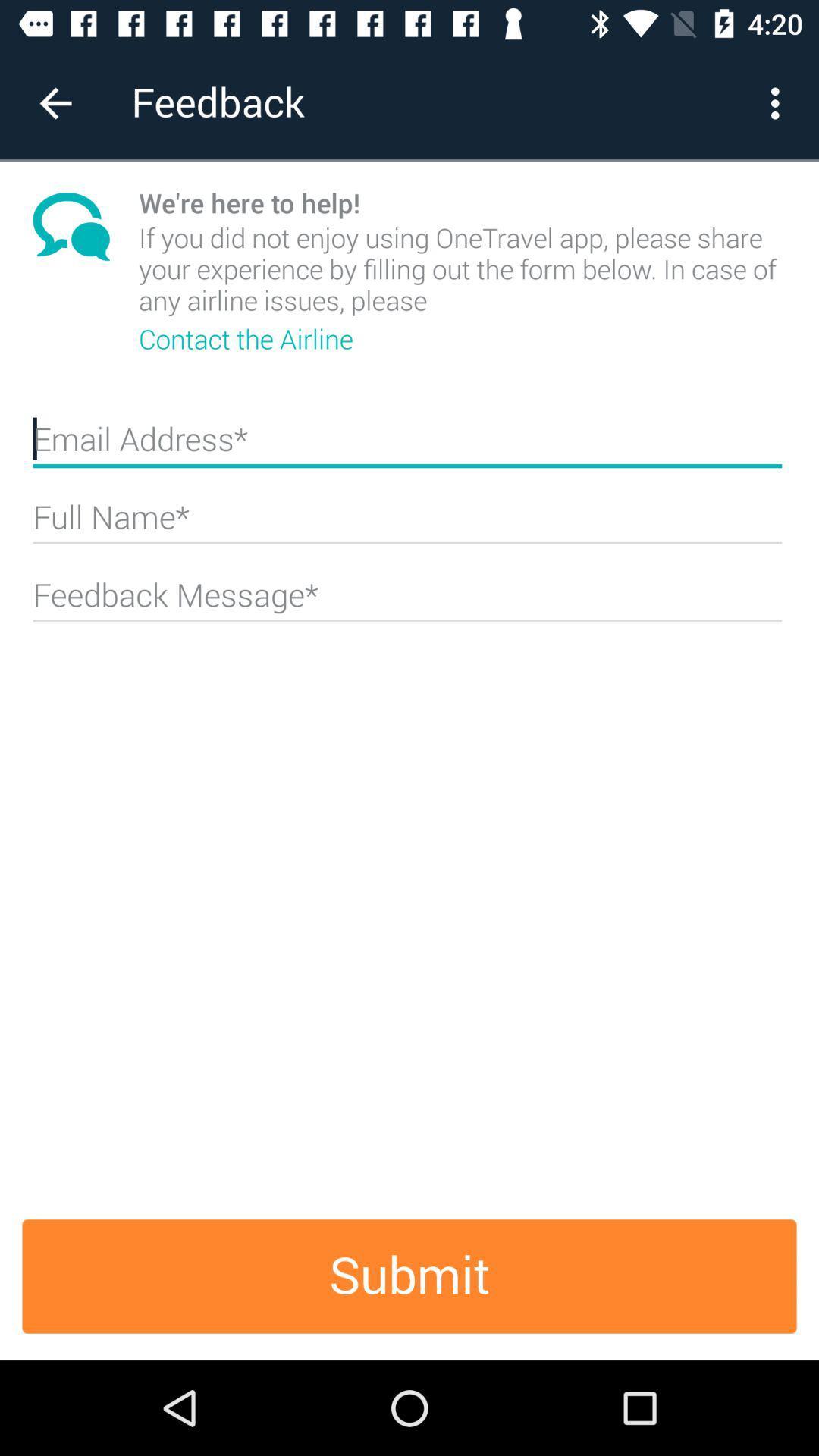 The width and height of the screenshot is (819, 1456). What do you see at coordinates (406, 601) in the screenshot?
I see `specific text` at bounding box center [406, 601].